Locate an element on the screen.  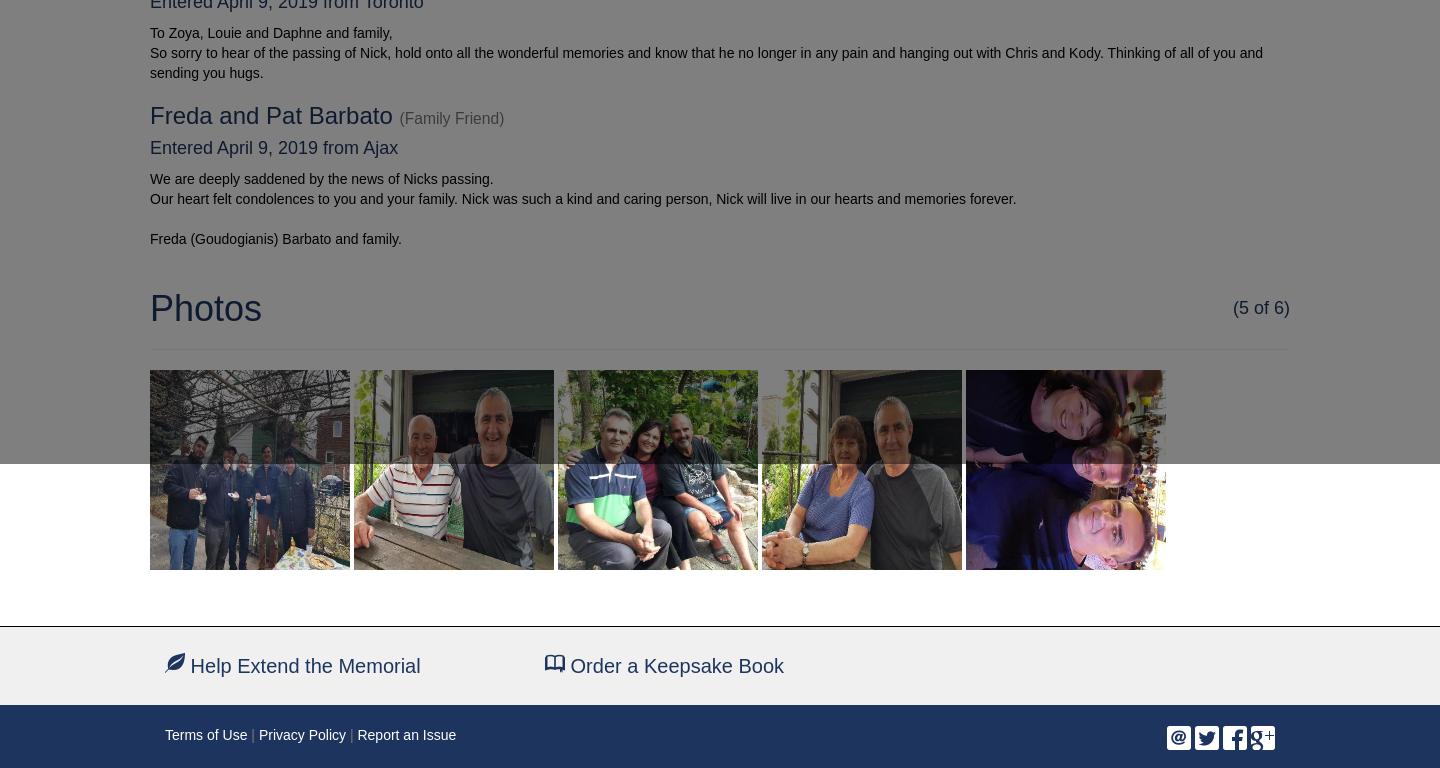
'(5
						
						
						of
						6)' is located at coordinates (1231, 307).